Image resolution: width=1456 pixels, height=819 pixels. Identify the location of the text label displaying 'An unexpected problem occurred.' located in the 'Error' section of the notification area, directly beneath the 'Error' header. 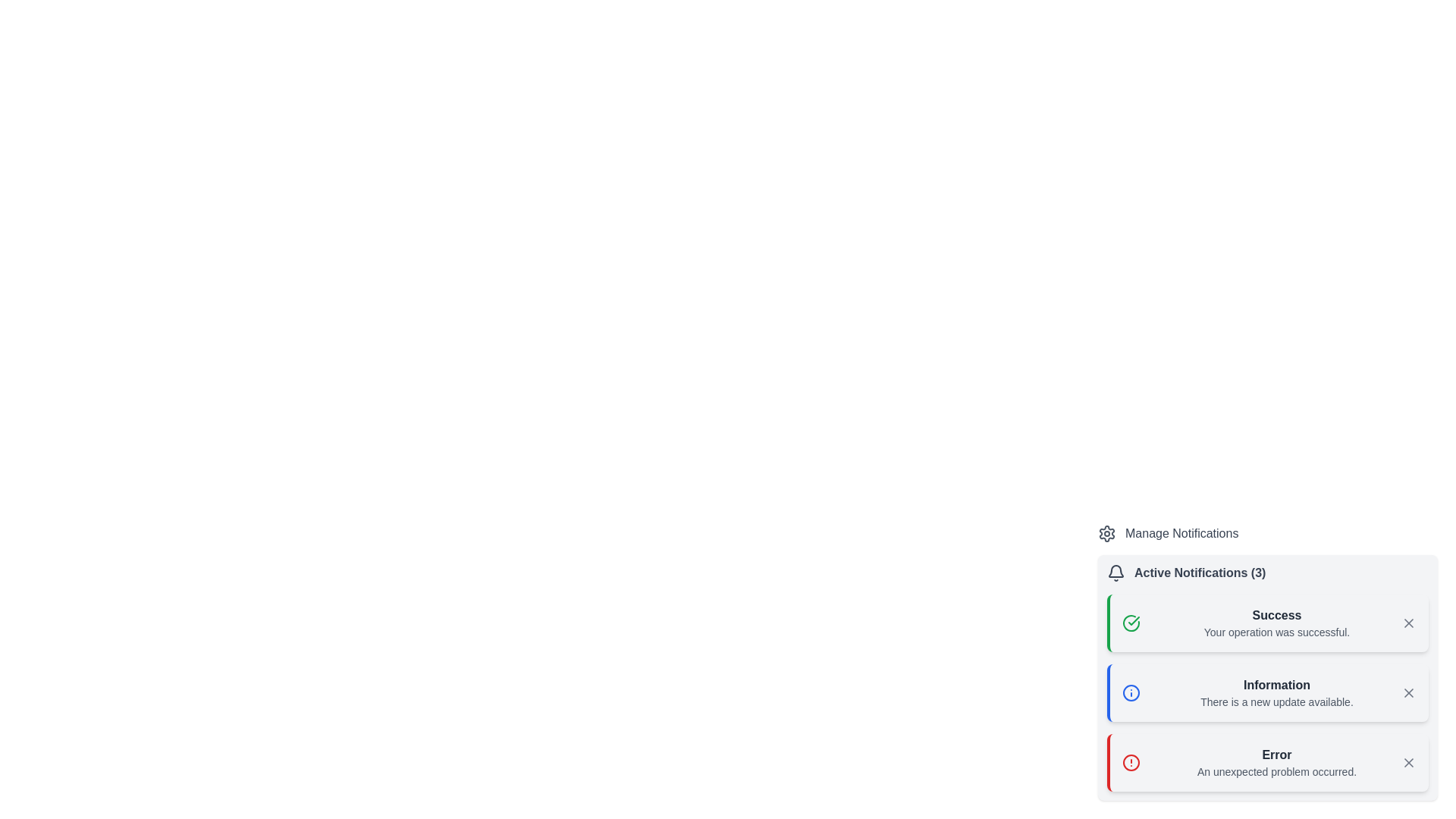
(1276, 772).